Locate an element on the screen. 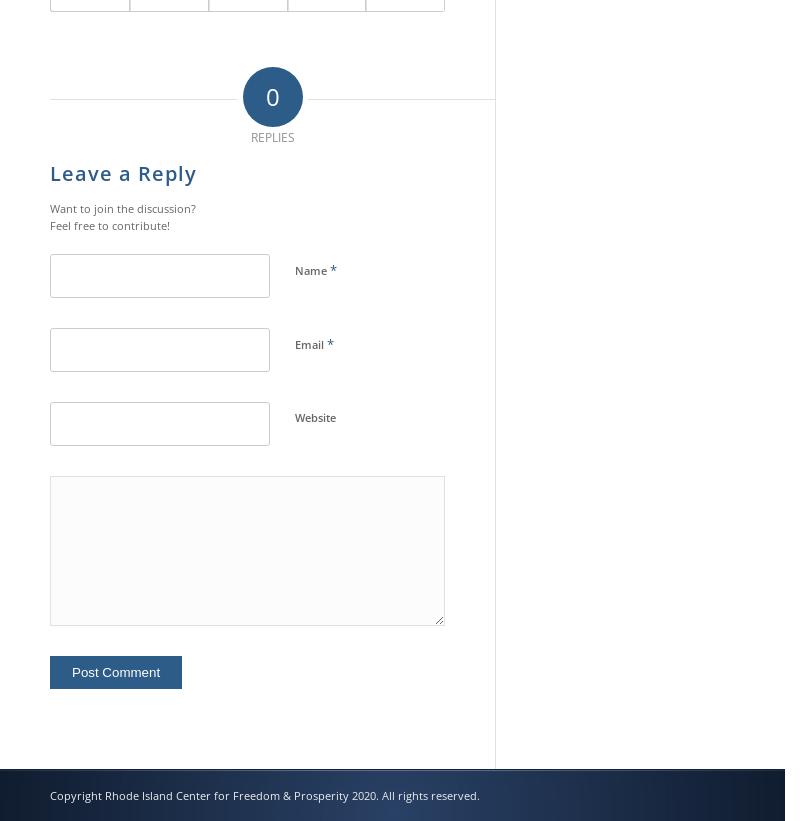  '0' is located at coordinates (272, 94).